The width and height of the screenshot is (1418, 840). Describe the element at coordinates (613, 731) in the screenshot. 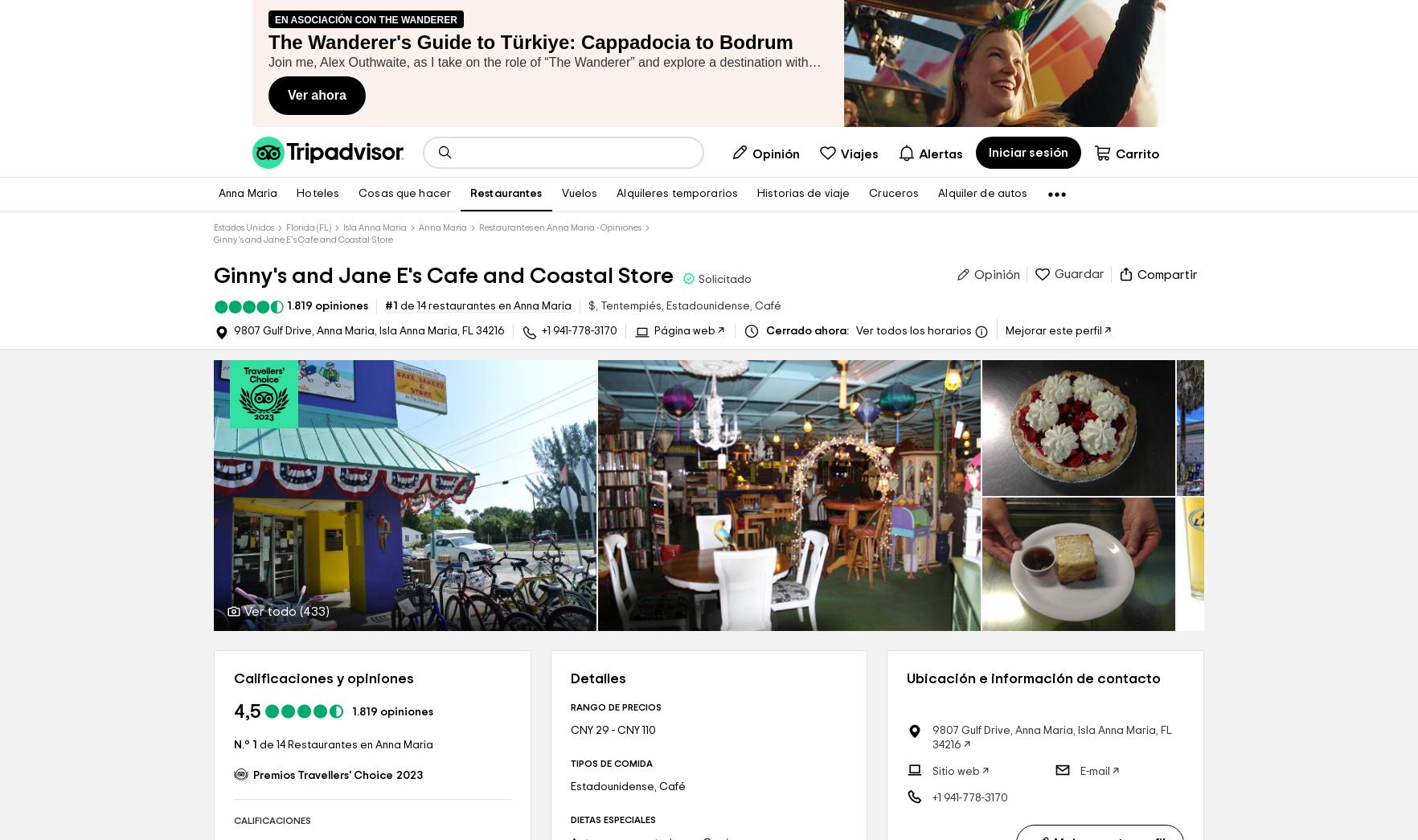

I see `'CNY 29 - CNY 110'` at that location.